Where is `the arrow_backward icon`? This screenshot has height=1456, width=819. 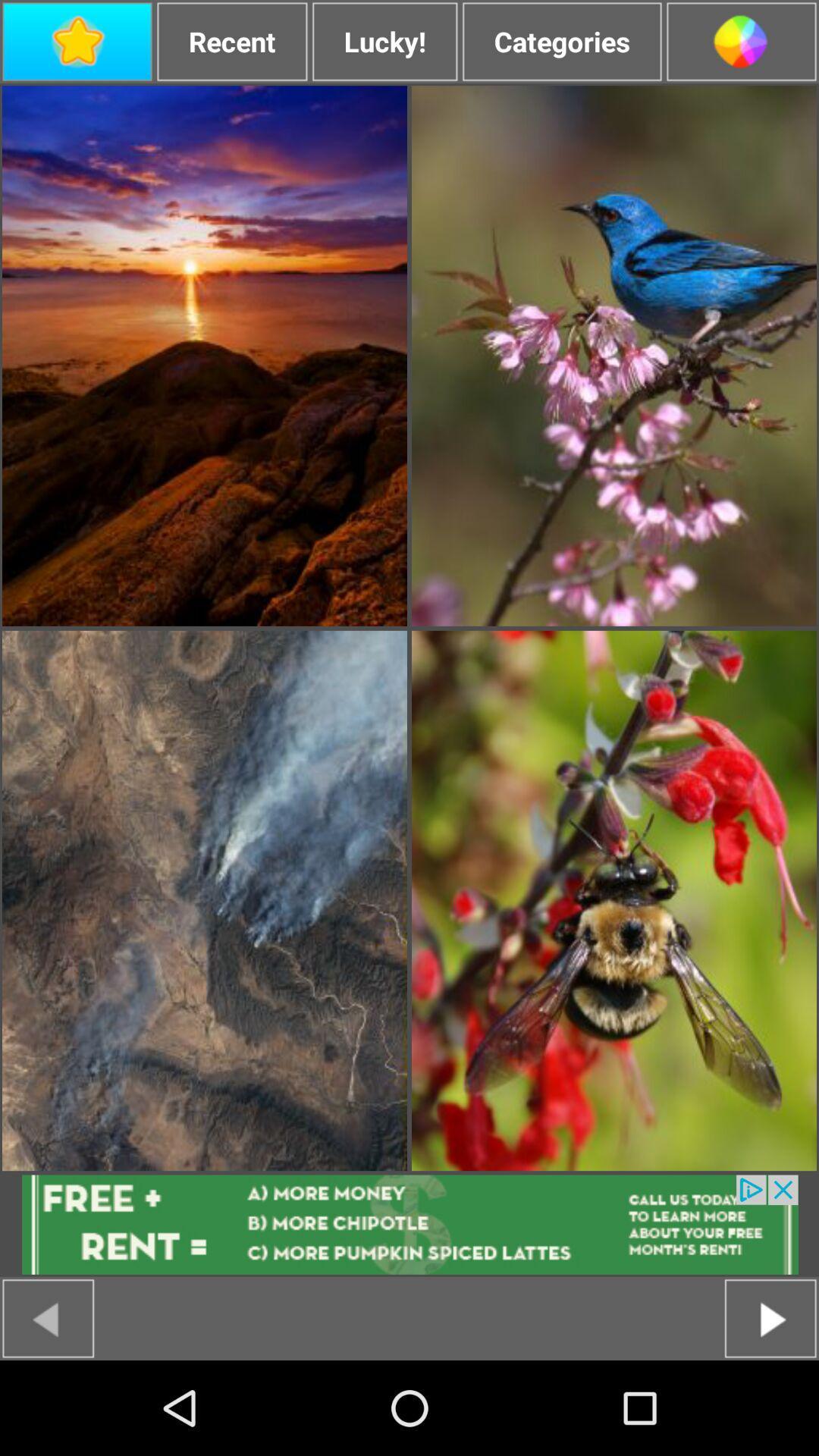
the arrow_backward icon is located at coordinates (47, 1410).